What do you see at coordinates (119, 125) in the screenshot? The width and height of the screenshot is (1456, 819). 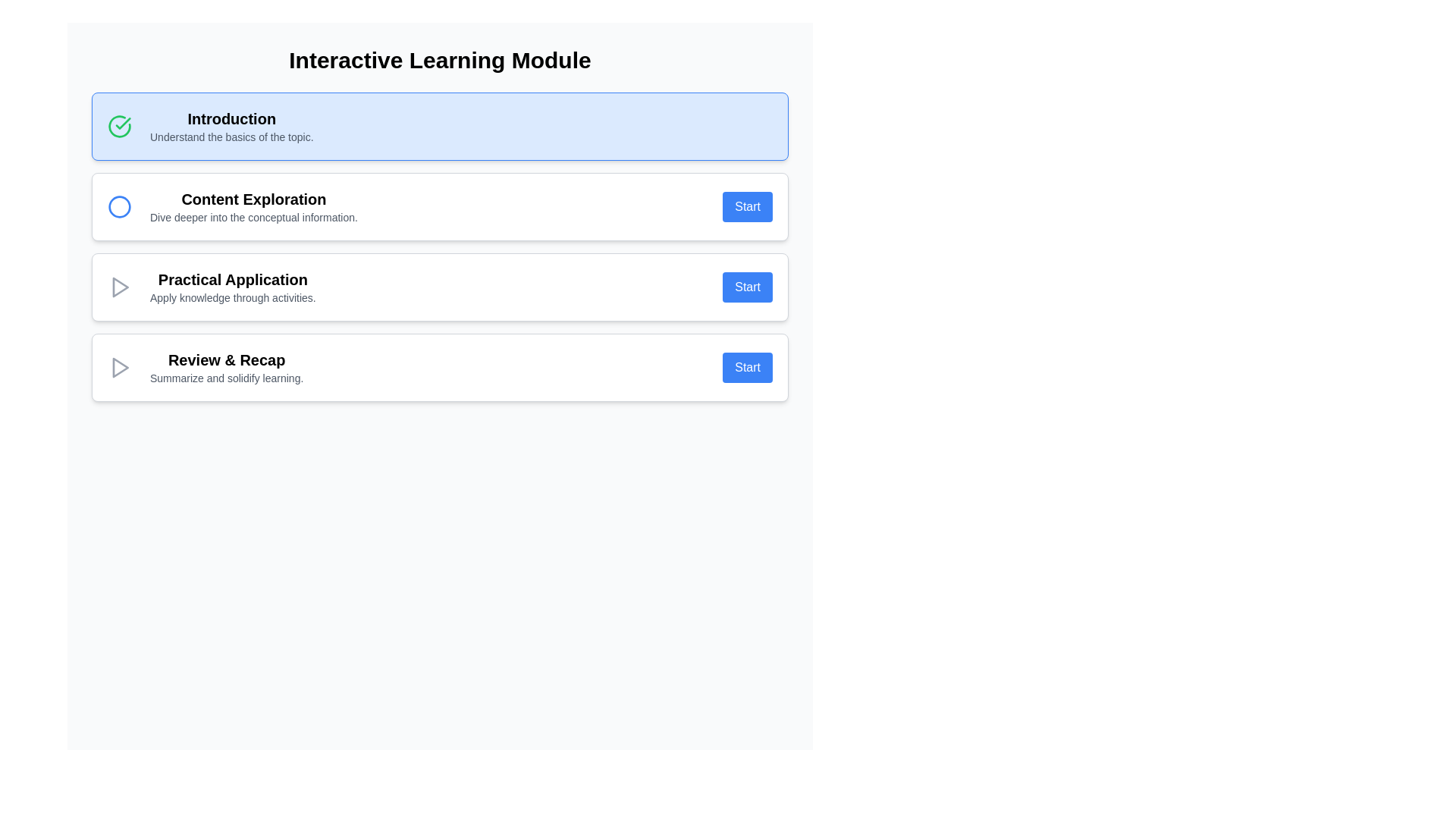 I see `the checkmark icon indicating the completion of the 'Introduction'` at bounding box center [119, 125].